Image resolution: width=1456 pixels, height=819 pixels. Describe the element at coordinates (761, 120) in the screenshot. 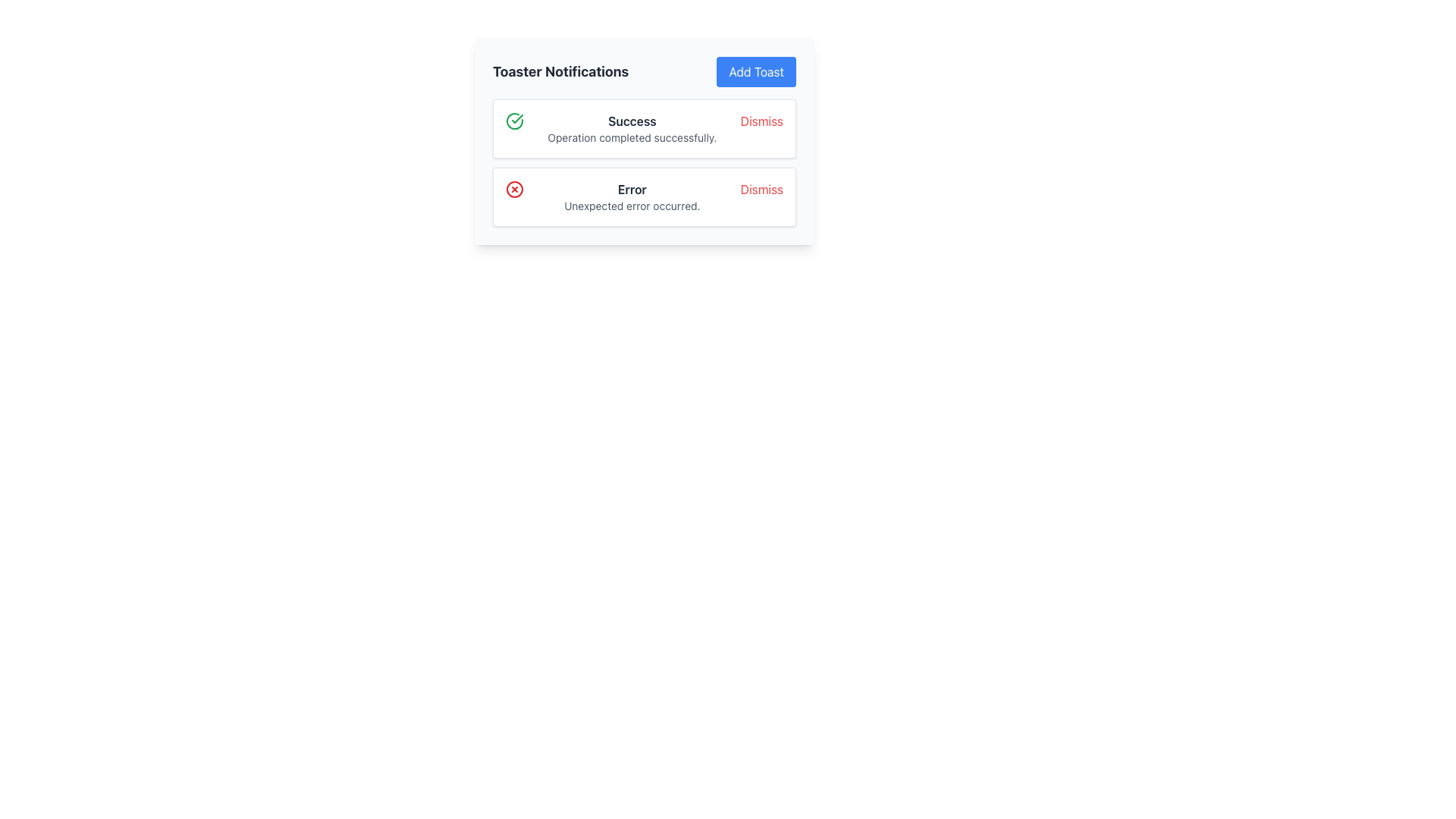

I see `the dismiss button located at the top-right corner of the success notification to observe a style change` at that location.